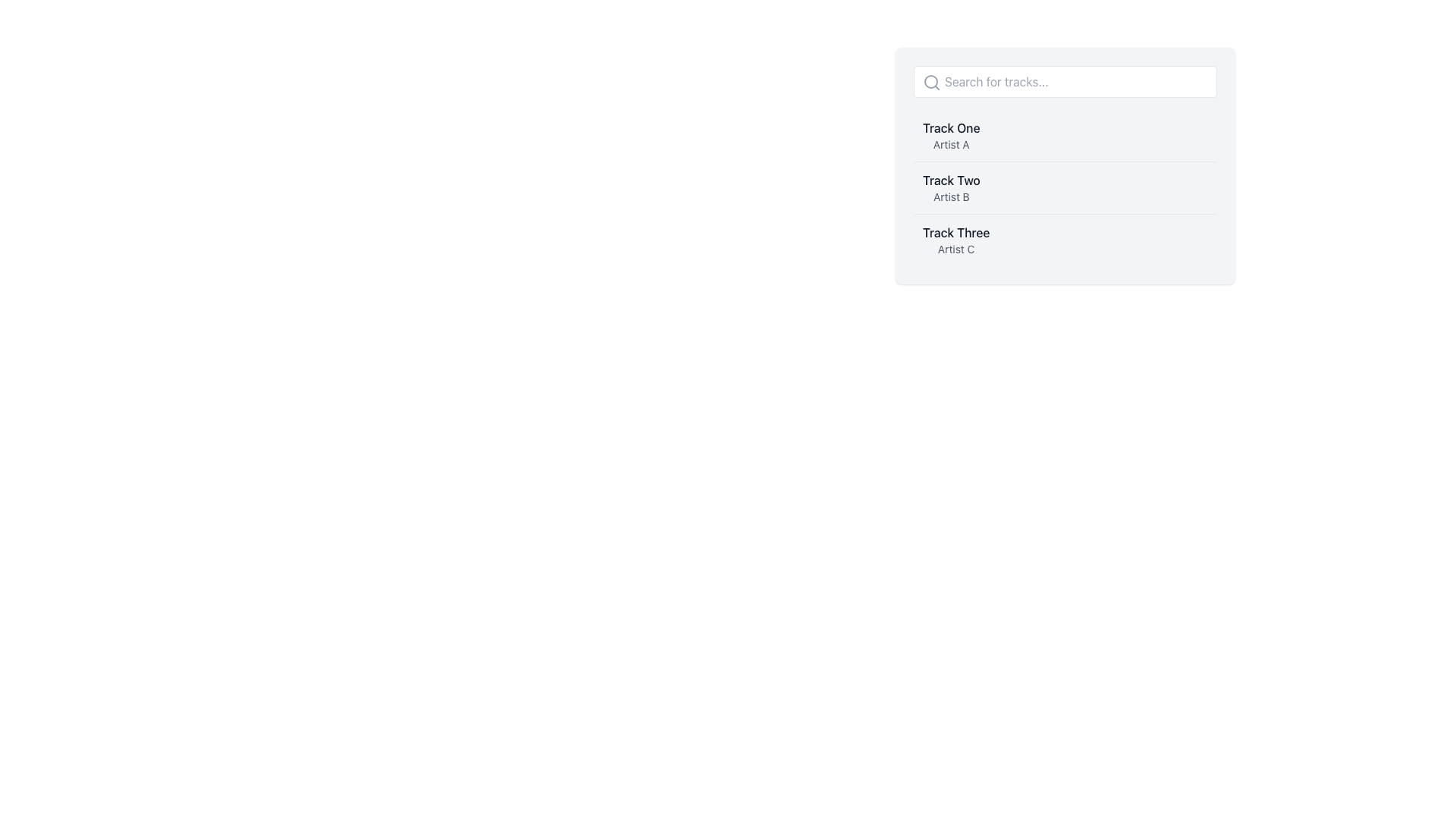 The width and height of the screenshot is (1456, 819). What do you see at coordinates (950, 134) in the screenshot?
I see `the first list item displaying 'Track One' by 'Artist A'` at bounding box center [950, 134].